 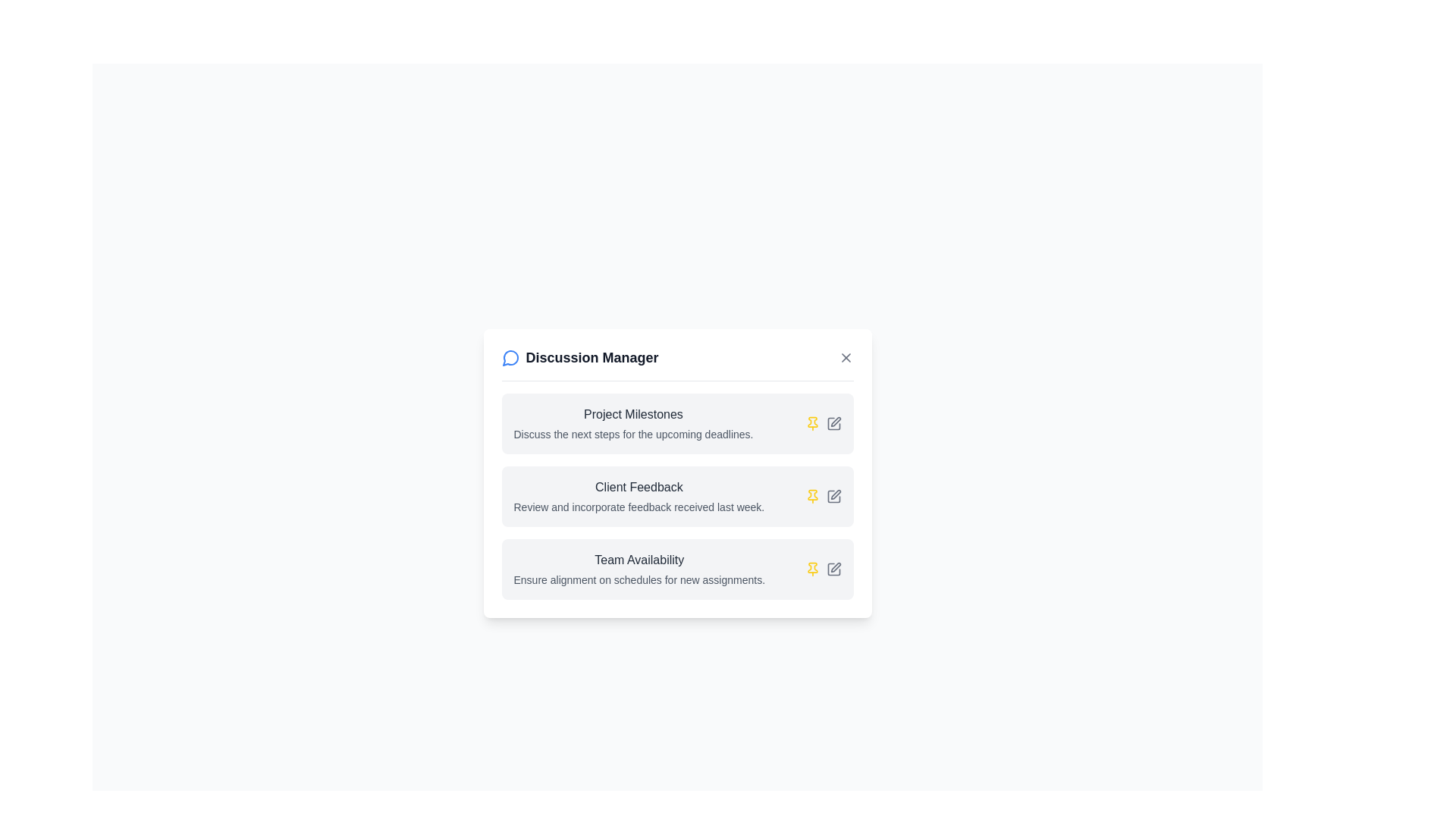 What do you see at coordinates (510, 357) in the screenshot?
I see `the blue speech bubble icon located next to the 'Discussion Manager' title for additional functionality` at bounding box center [510, 357].